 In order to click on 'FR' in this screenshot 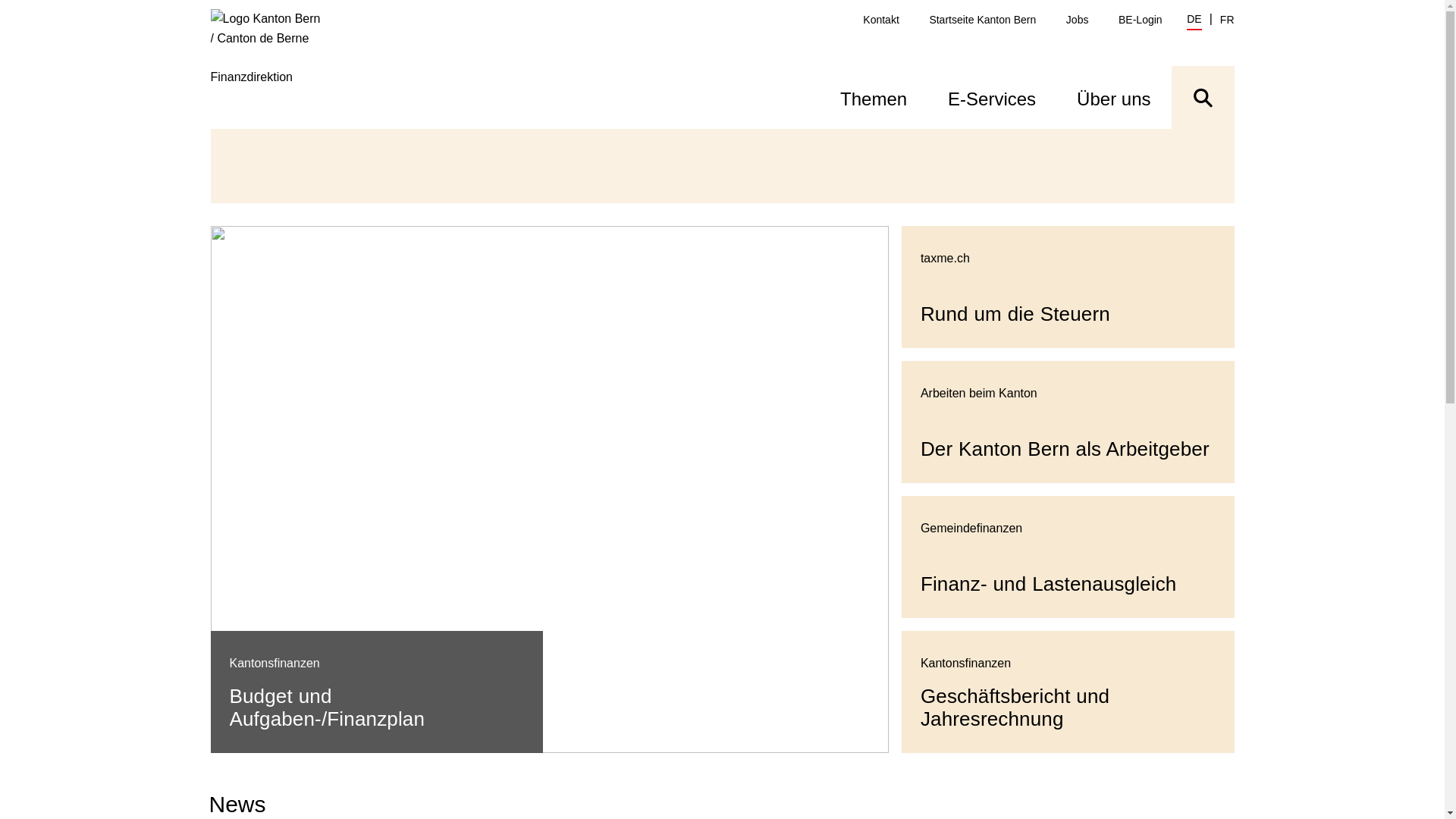, I will do `click(1227, 20)`.